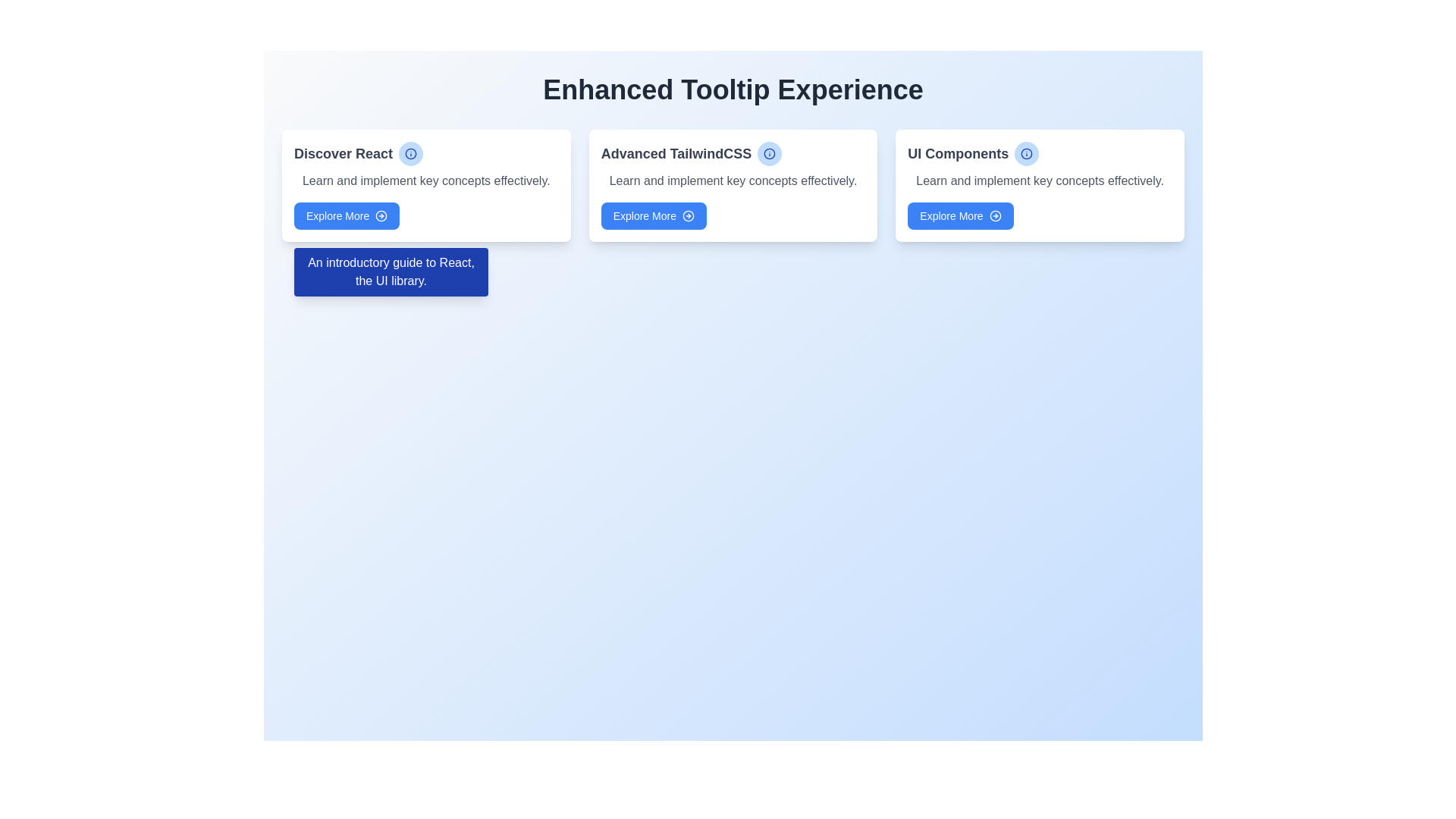 This screenshot has height=819, width=1456. I want to click on the static text reading 'Learn and implement key concepts effectively' which is located within the card titled 'Discover React', so click(425, 180).